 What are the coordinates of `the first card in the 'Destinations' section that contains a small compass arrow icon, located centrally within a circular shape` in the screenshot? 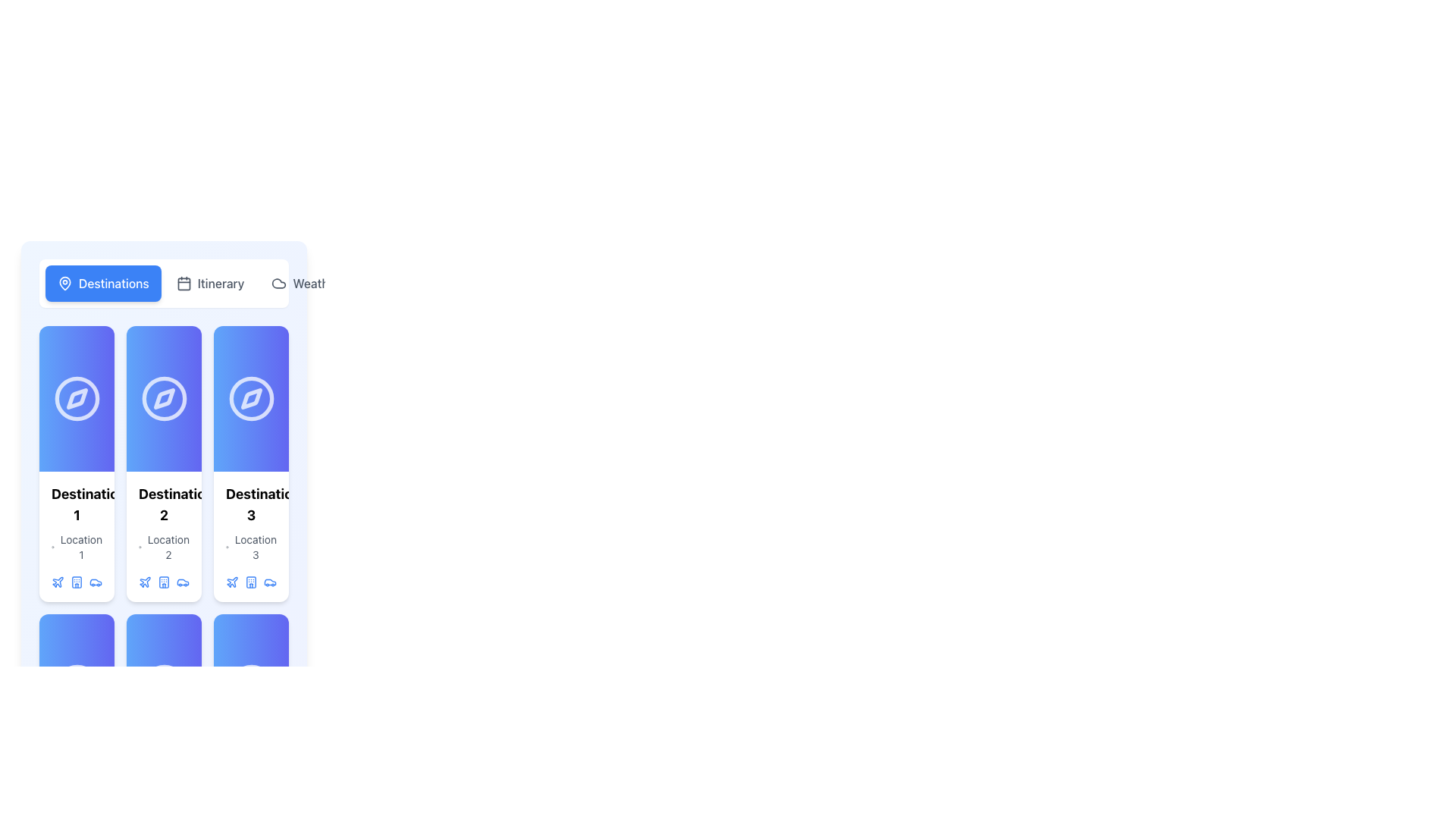 It's located at (76, 397).